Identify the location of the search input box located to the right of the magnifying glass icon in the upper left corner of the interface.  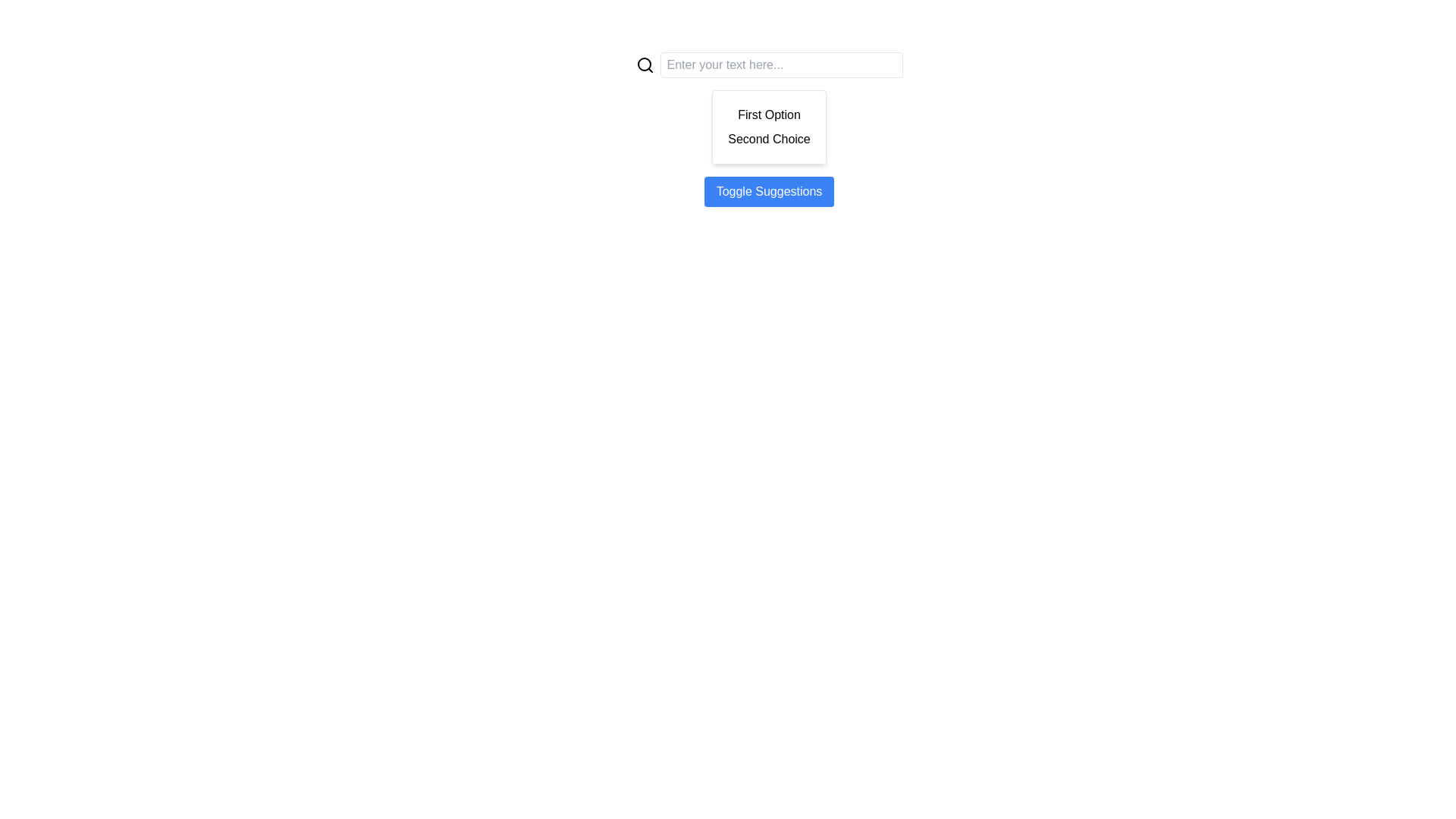
(644, 63).